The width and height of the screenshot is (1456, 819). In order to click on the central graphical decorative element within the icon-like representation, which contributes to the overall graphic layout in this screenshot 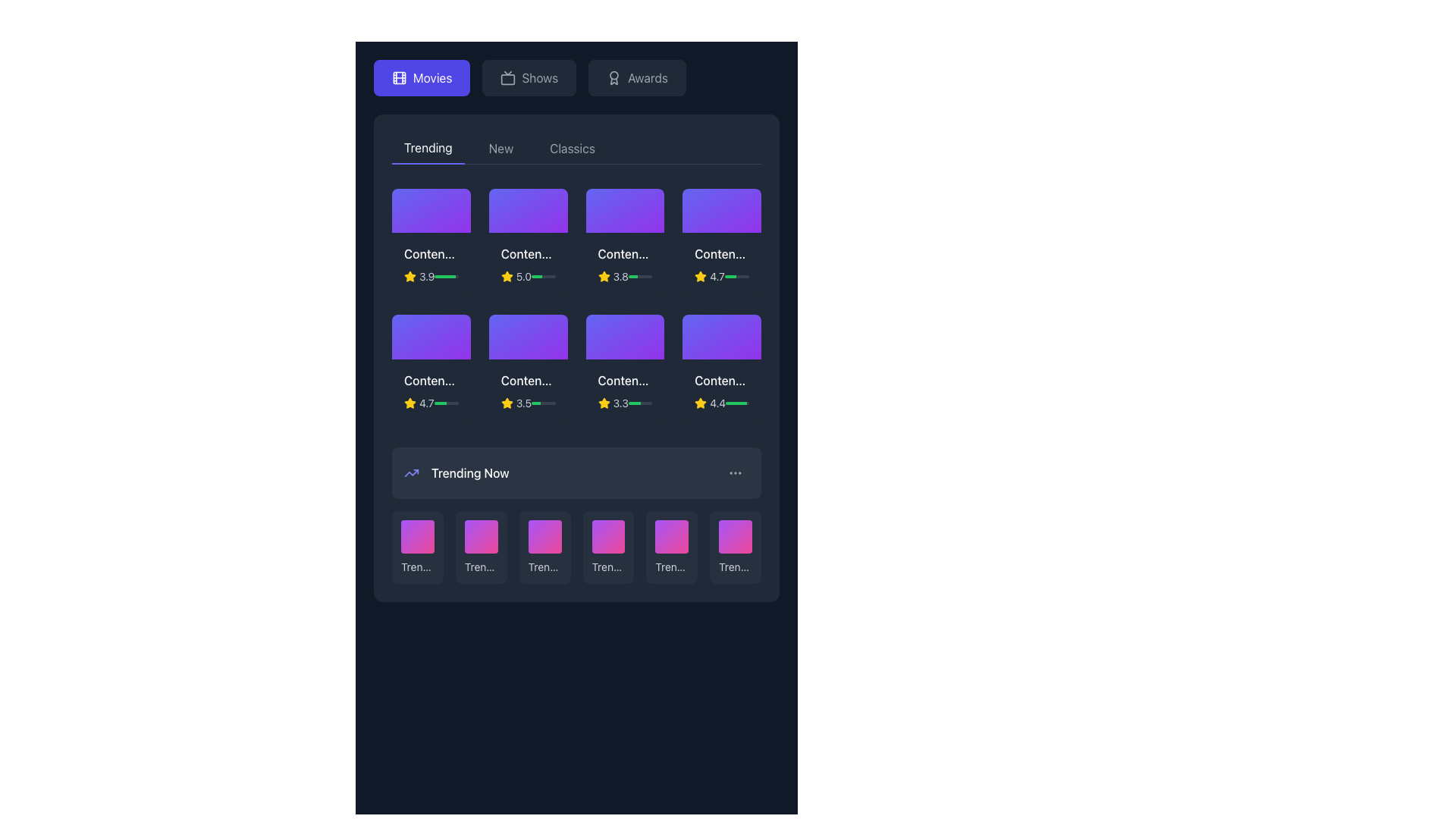, I will do `click(508, 80)`.